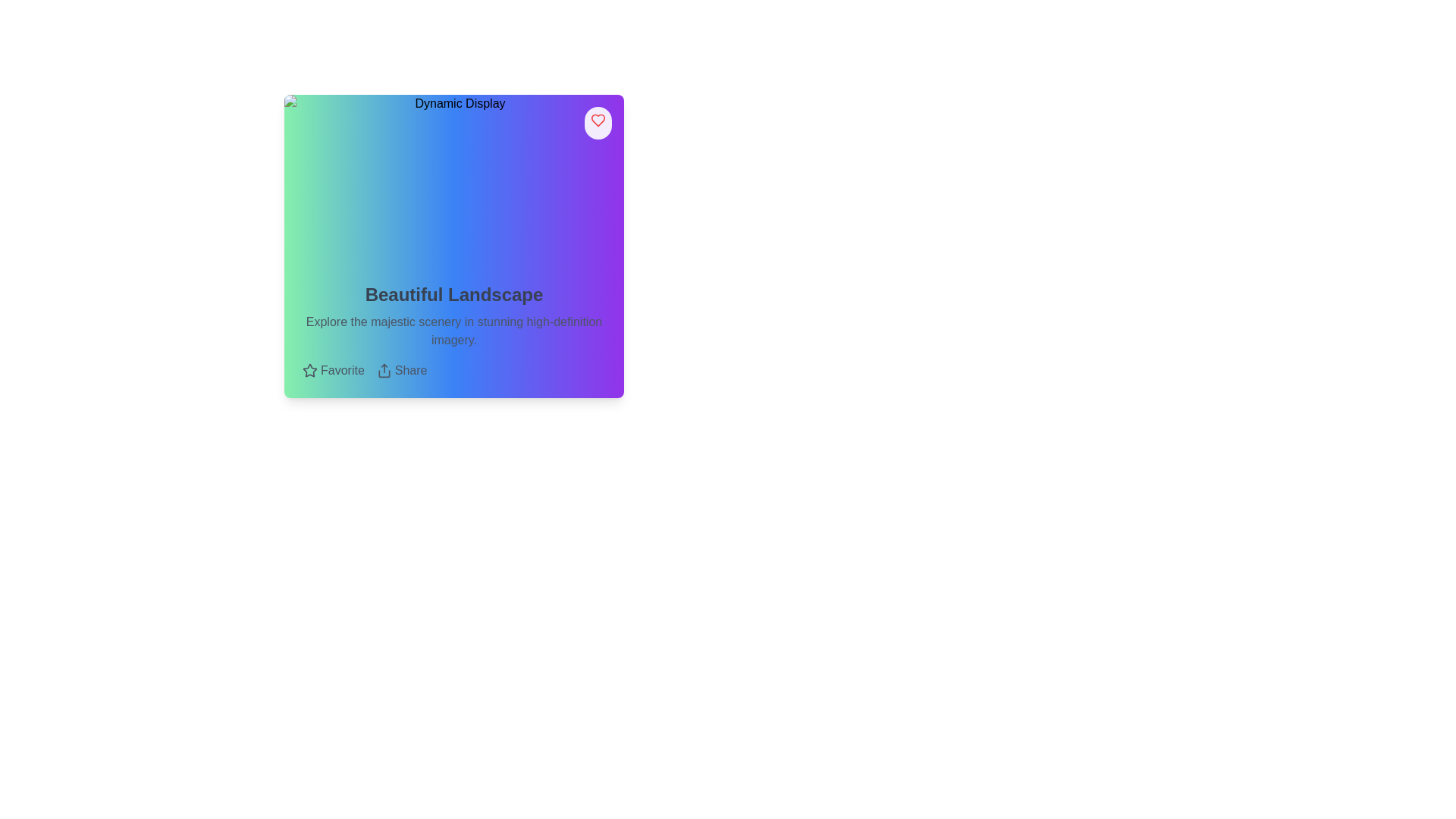 This screenshot has width=1456, height=819. What do you see at coordinates (384, 371) in the screenshot?
I see `the share icon button, which is represented by an up-arrow emerging from a square, located to the left of the text 'Share' in the bottom right of the card layout, to initiate a share action` at bounding box center [384, 371].